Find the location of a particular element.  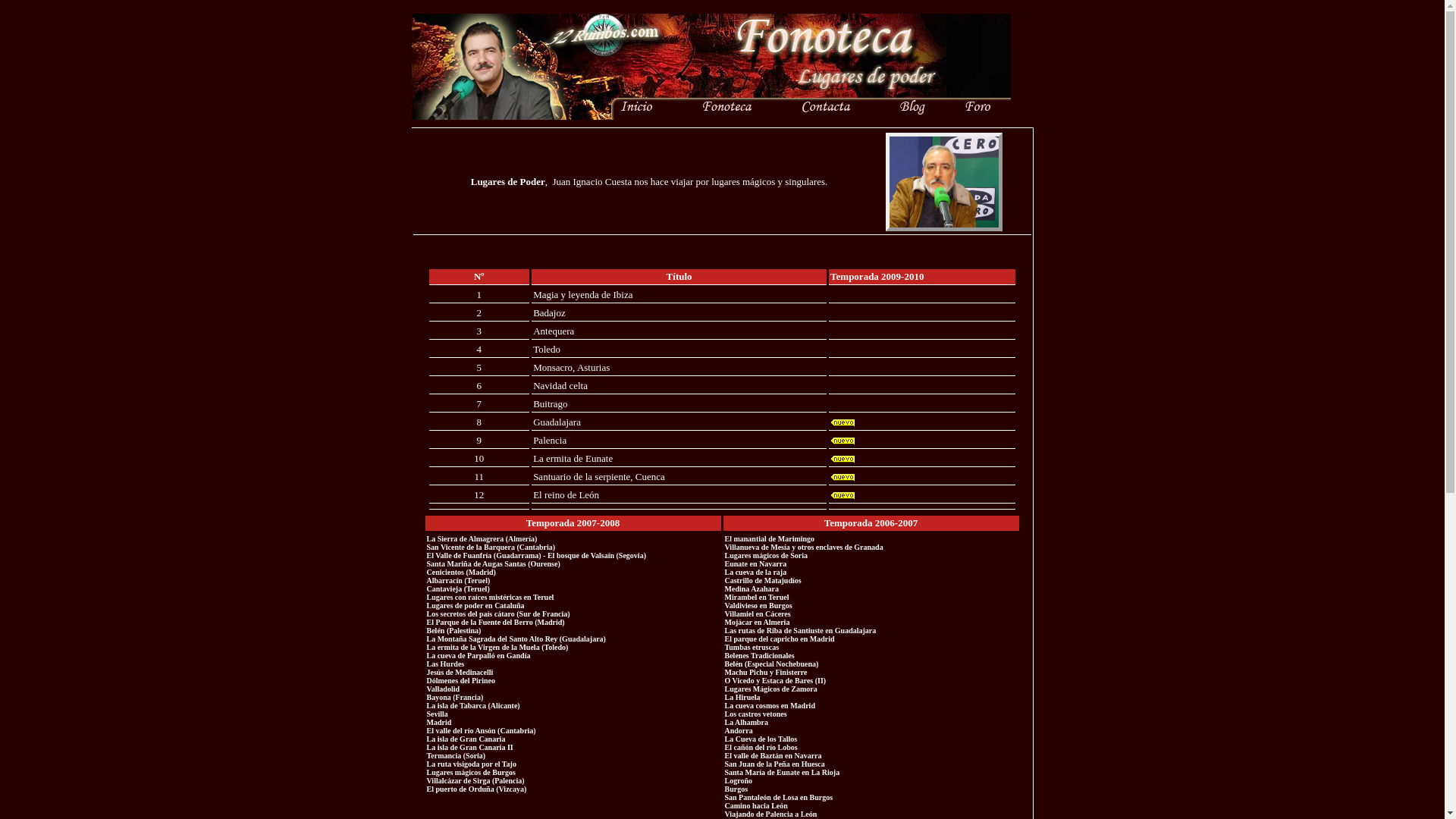

'Palencia' is located at coordinates (548, 440).